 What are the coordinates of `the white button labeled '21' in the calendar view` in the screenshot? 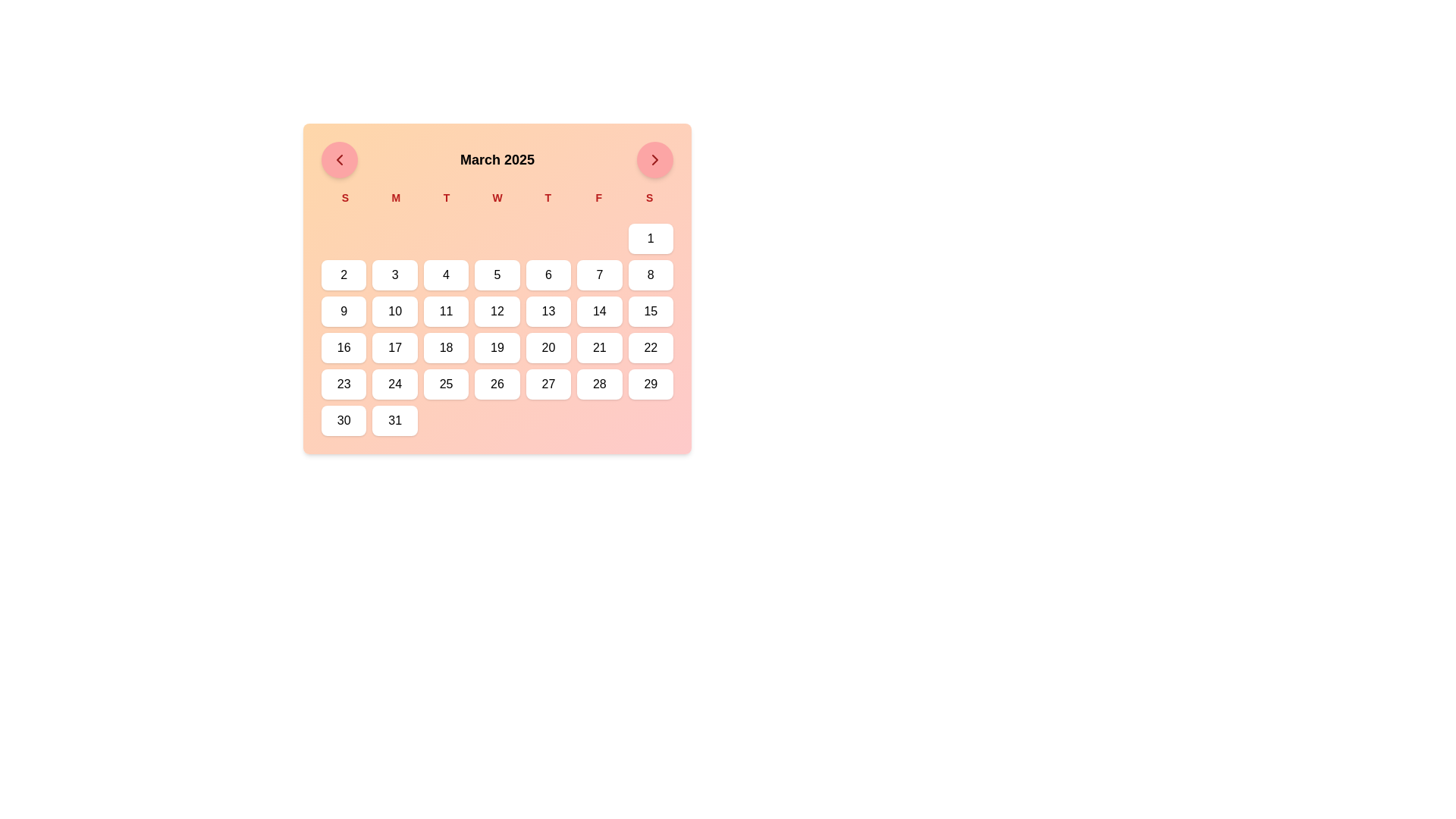 It's located at (598, 348).